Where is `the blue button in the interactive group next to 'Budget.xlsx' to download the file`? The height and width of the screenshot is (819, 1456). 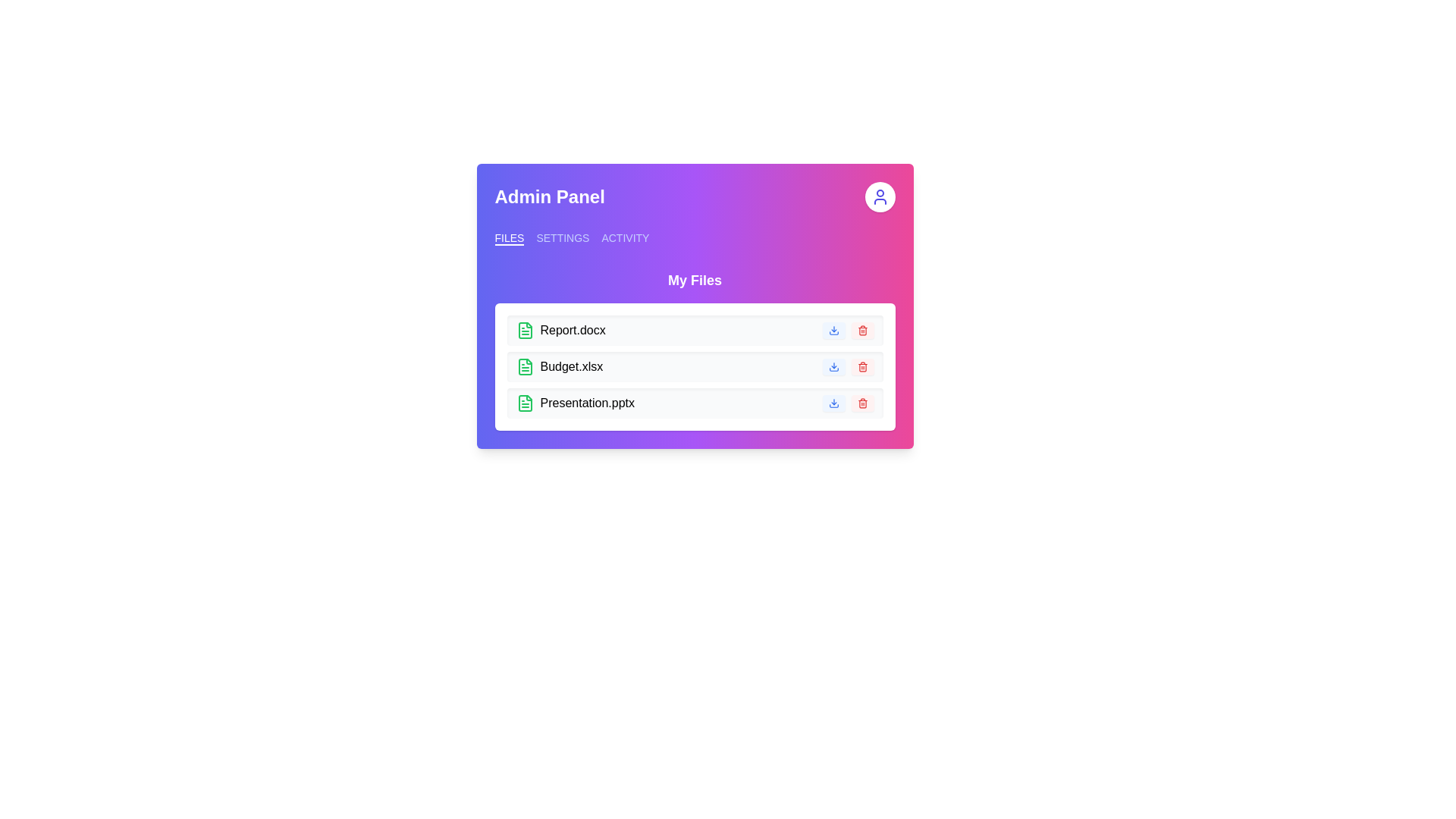 the blue button in the interactive group next to 'Budget.xlsx' to download the file is located at coordinates (847, 366).